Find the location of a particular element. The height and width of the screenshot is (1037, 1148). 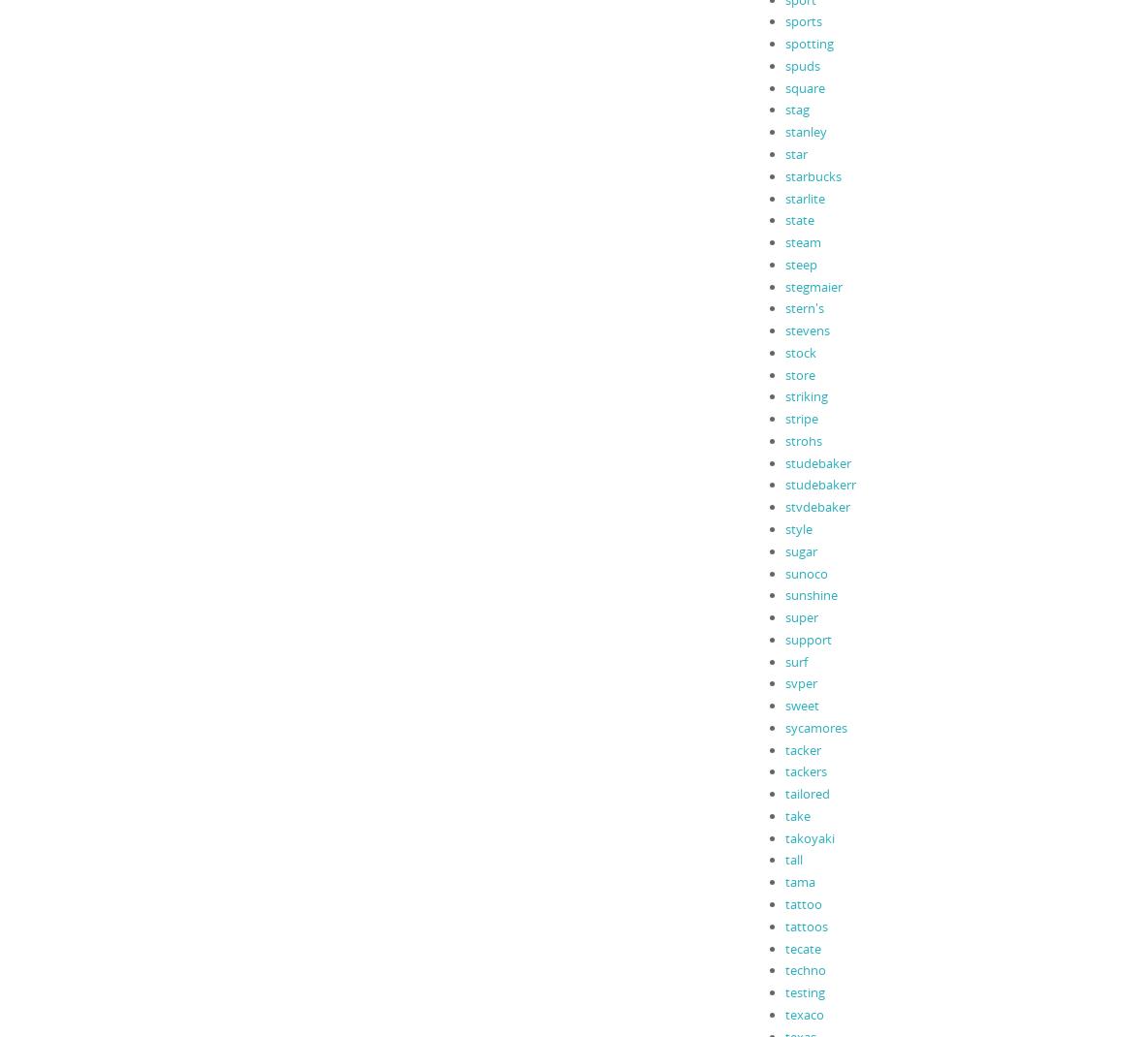

'sugar' is located at coordinates (783, 549).